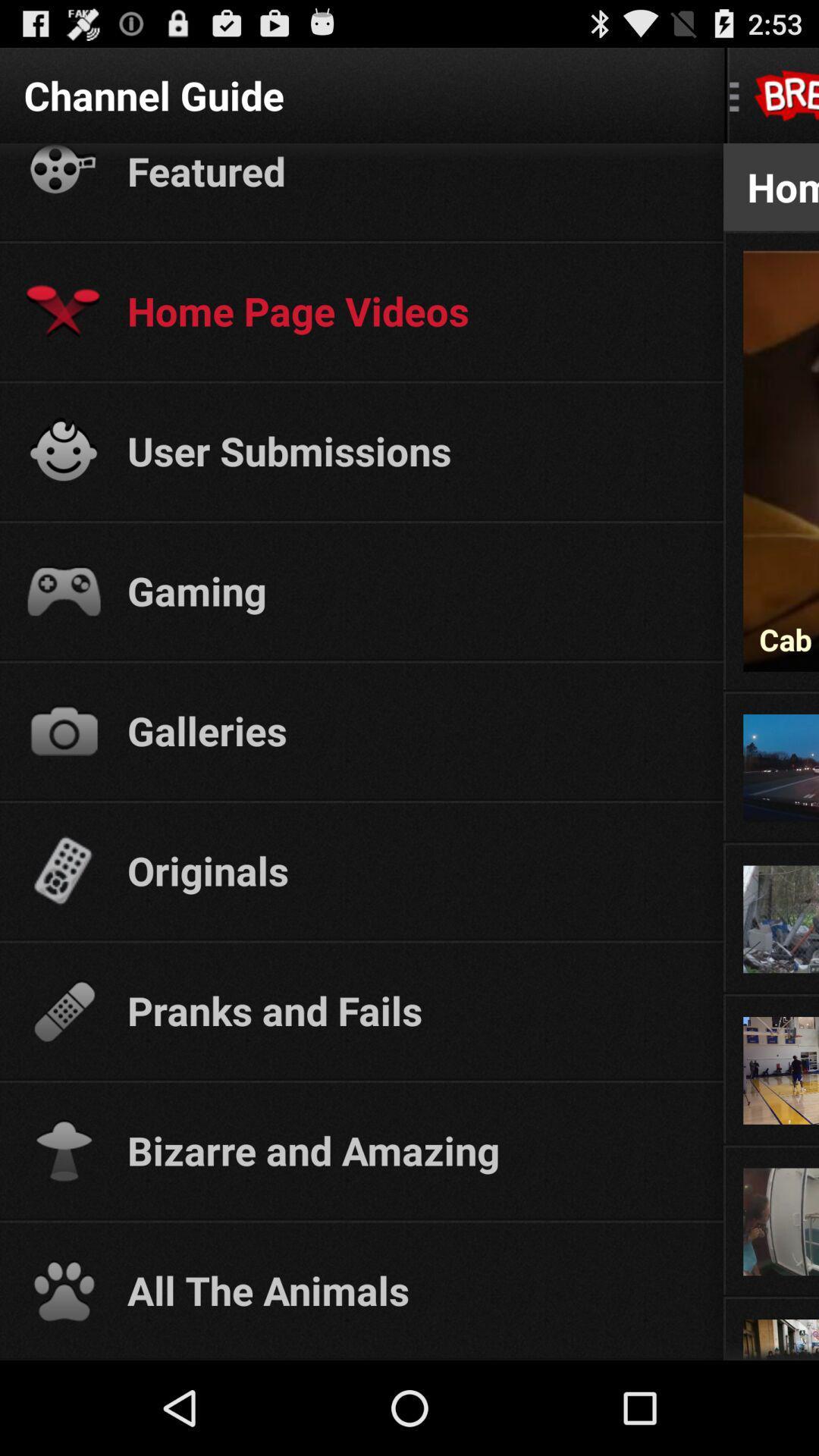 The height and width of the screenshot is (1456, 819). I want to click on the app next to the bizarre and amazing, so click(771, 1147).